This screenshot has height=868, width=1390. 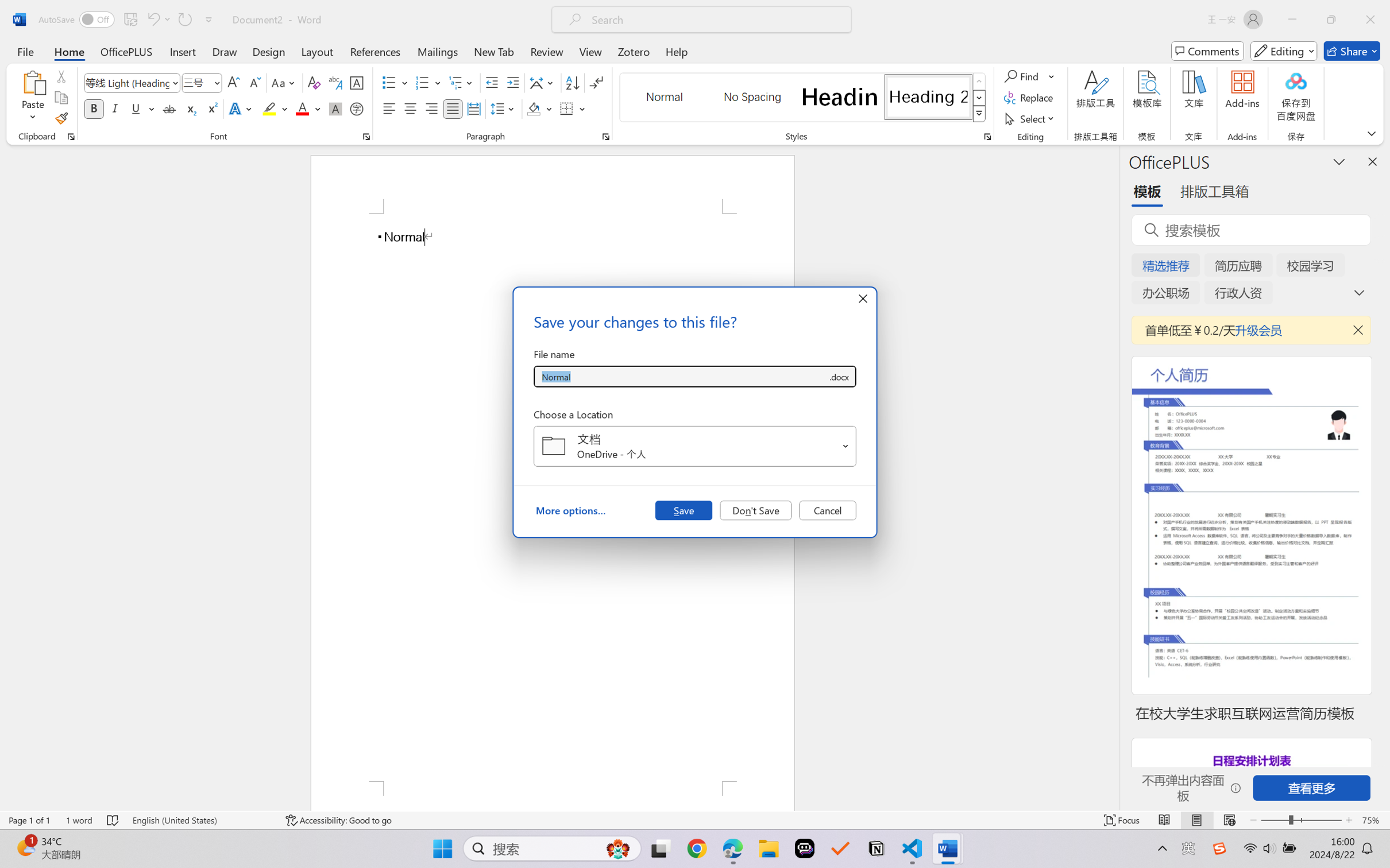 What do you see at coordinates (190, 108) in the screenshot?
I see `'Subscript'` at bounding box center [190, 108].